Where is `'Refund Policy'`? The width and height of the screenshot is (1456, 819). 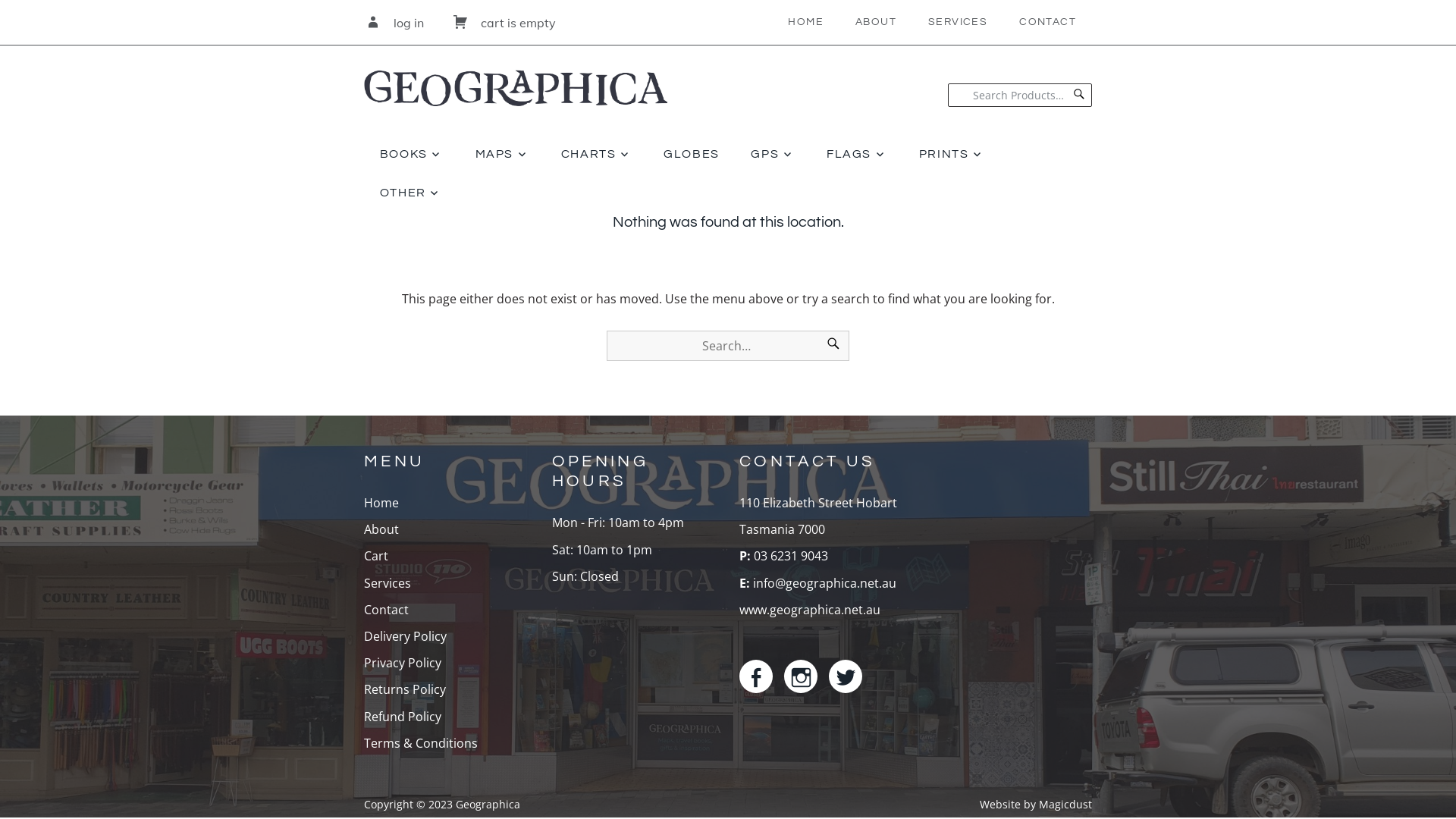
'Refund Policy' is located at coordinates (403, 717).